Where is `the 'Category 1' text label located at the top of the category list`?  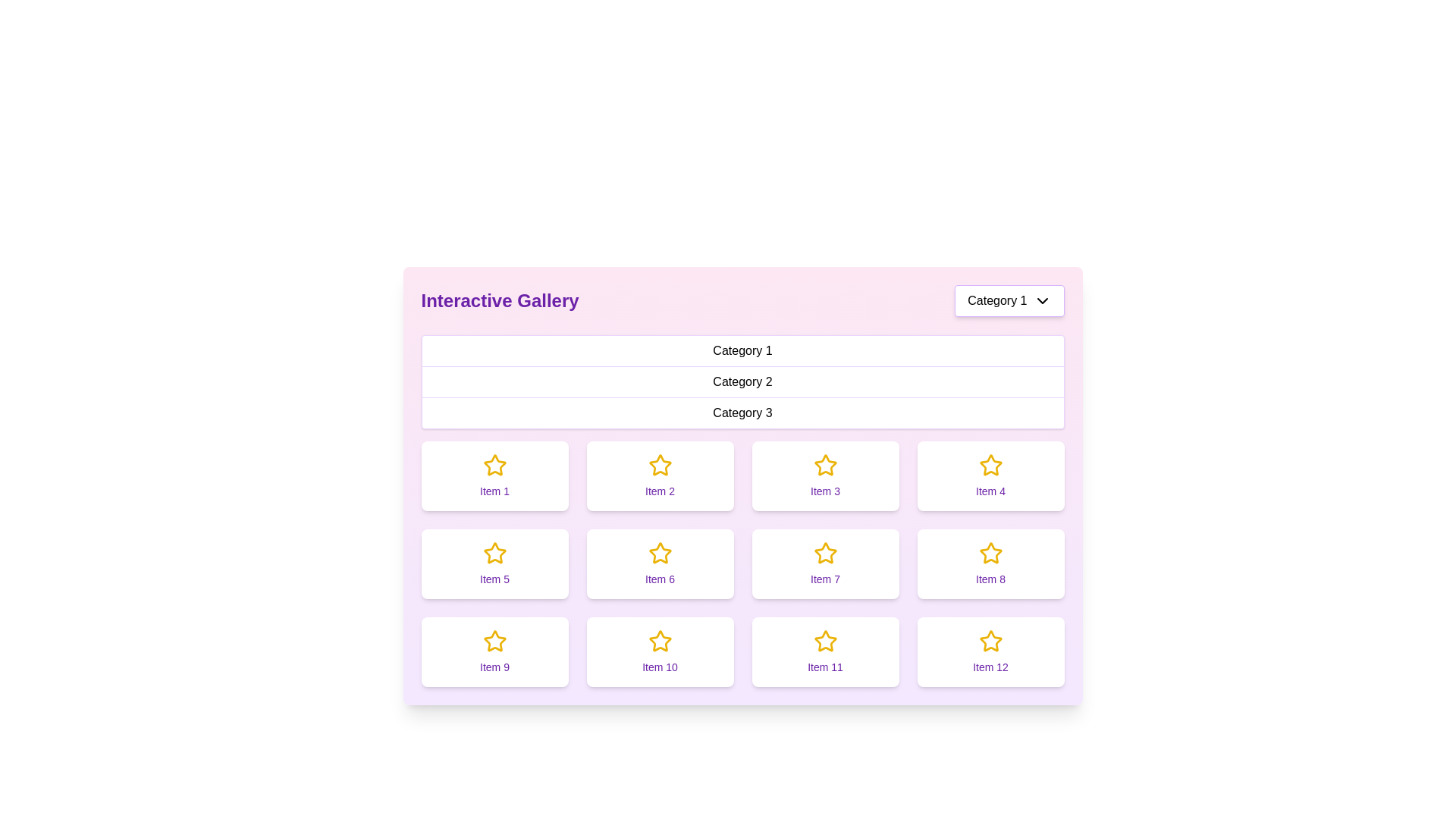 the 'Category 1' text label located at the top of the category list is located at coordinates (742, 351).